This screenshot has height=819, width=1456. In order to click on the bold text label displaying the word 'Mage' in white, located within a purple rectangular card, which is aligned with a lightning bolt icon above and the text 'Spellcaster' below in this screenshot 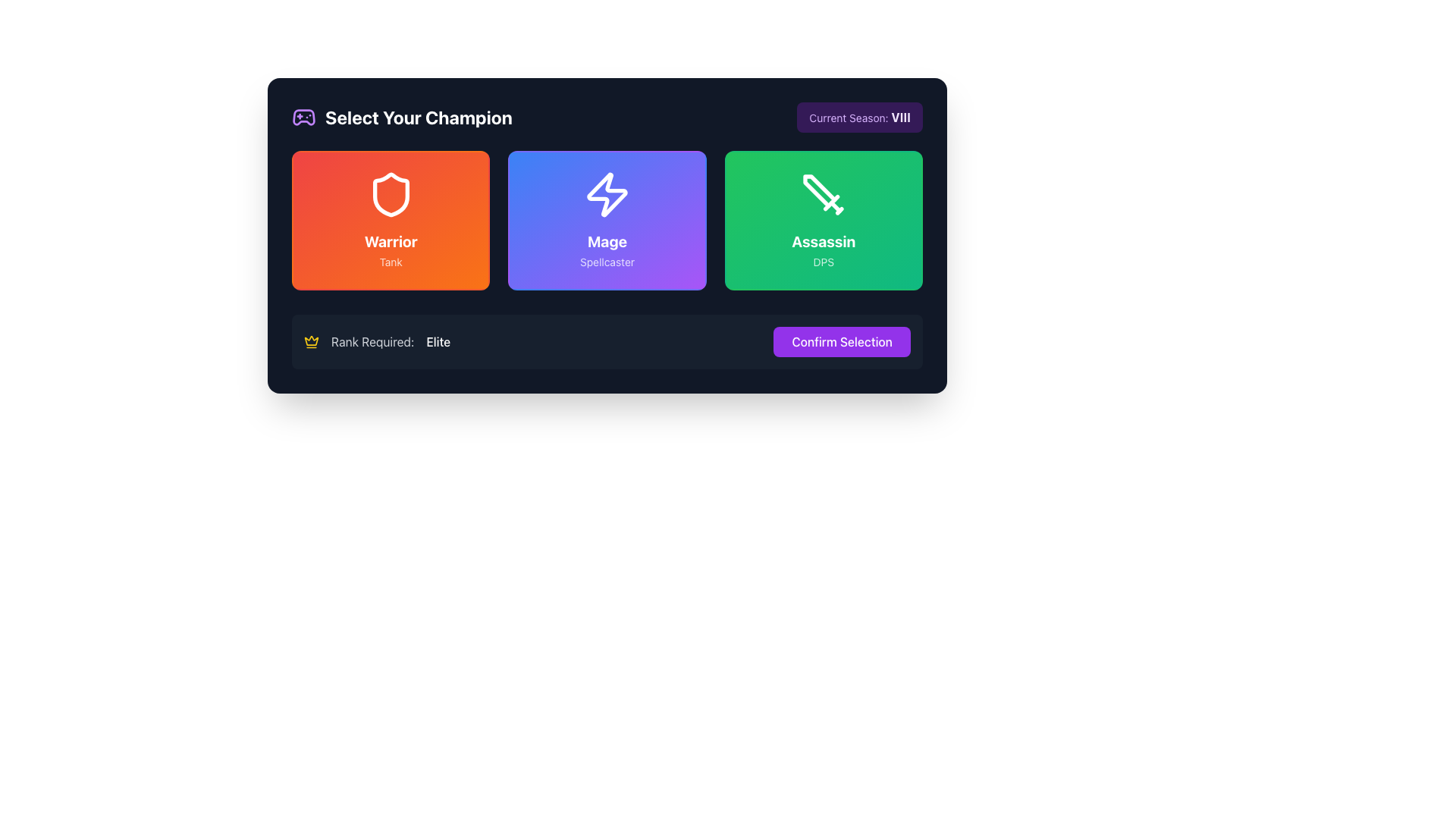, I will do `click(607, 241)`.